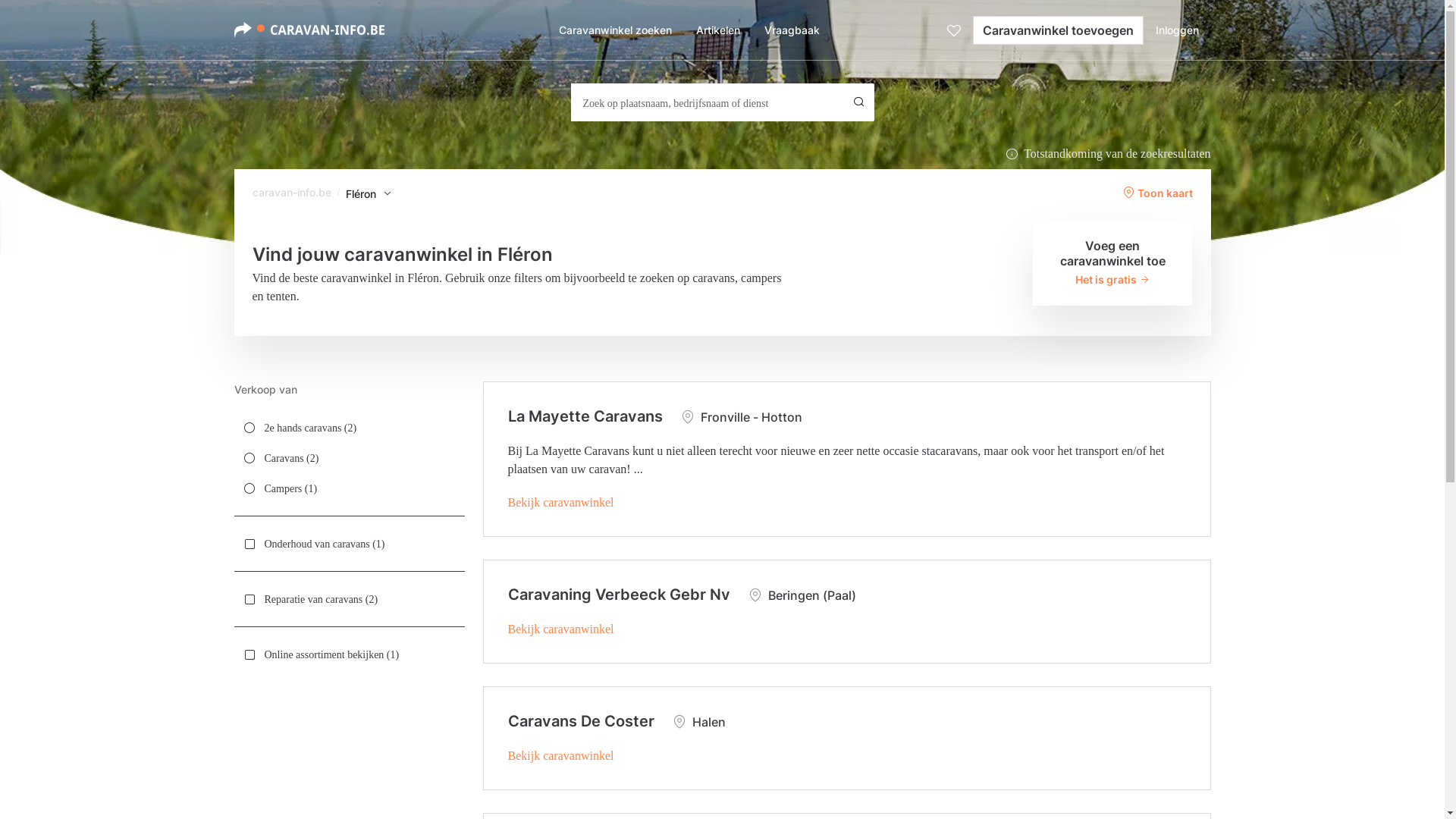 Image resolution: width=1456 pixels, height=819 pixels. I want to click on 'Reparatie van caravans (2)', so click(348, 598).